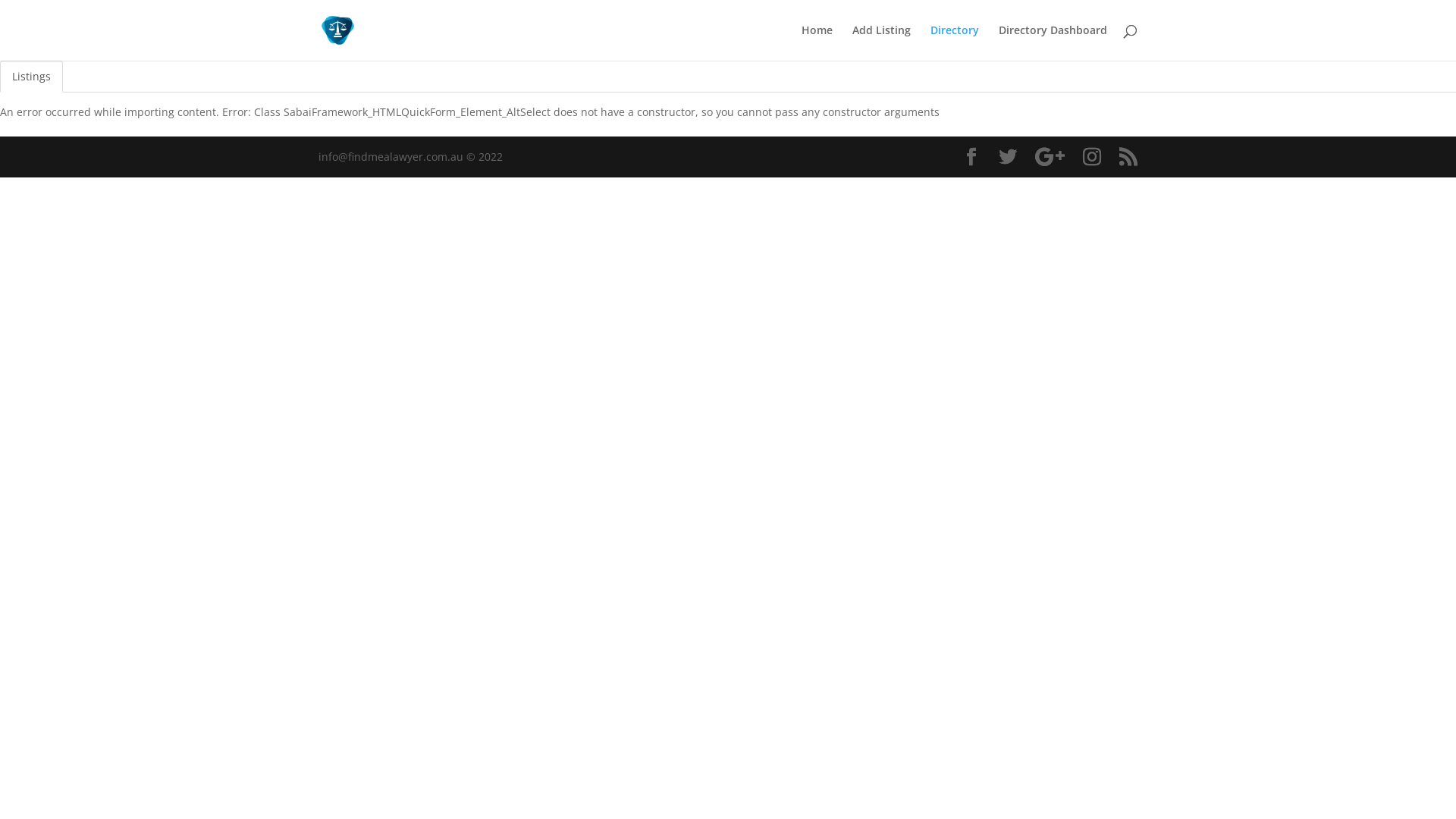  I want to click on 'Listings', so click(31, 76).